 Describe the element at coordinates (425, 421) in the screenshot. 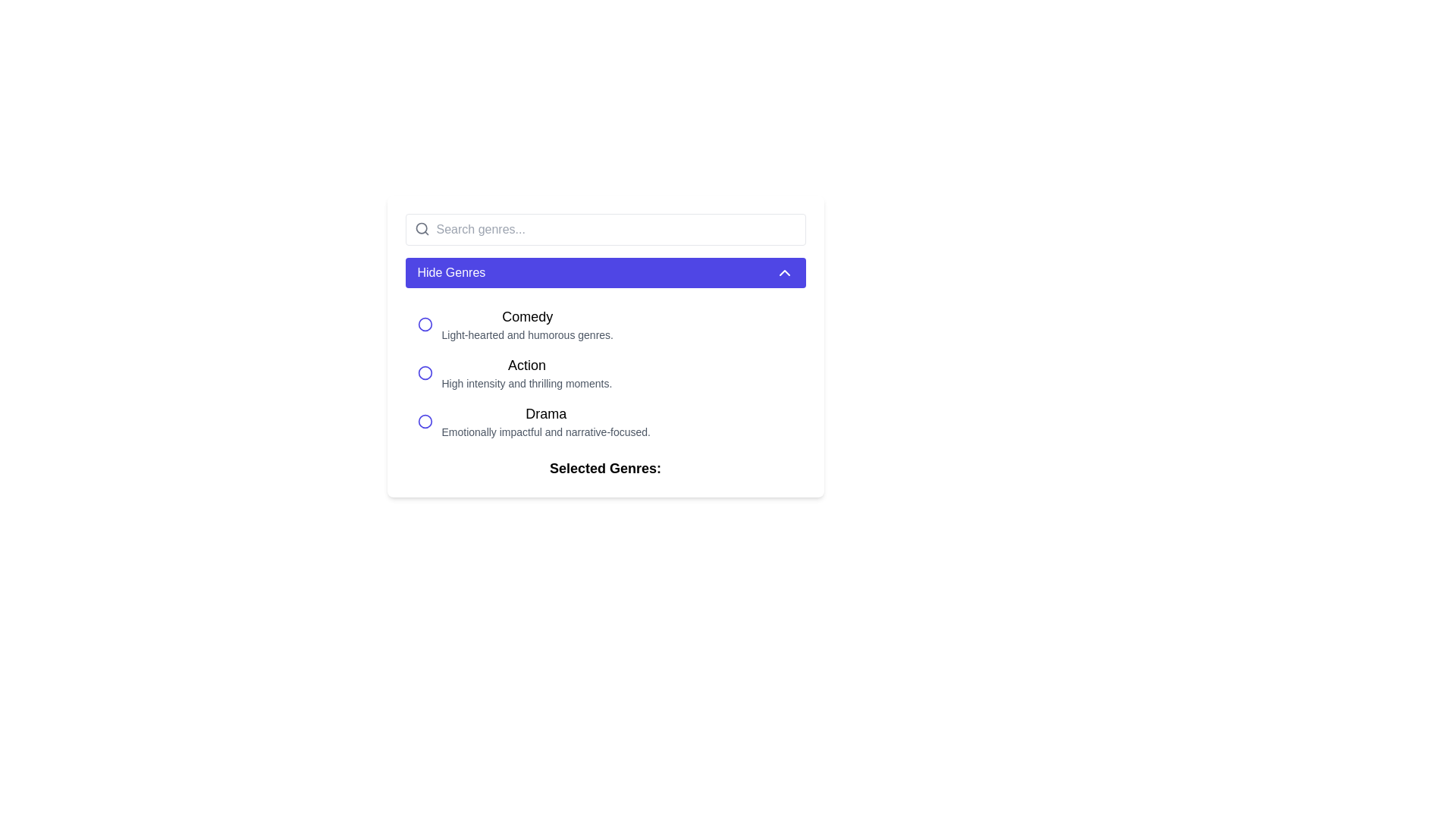

I see `the circle checkbox for the 'Drama' genre` at that location.